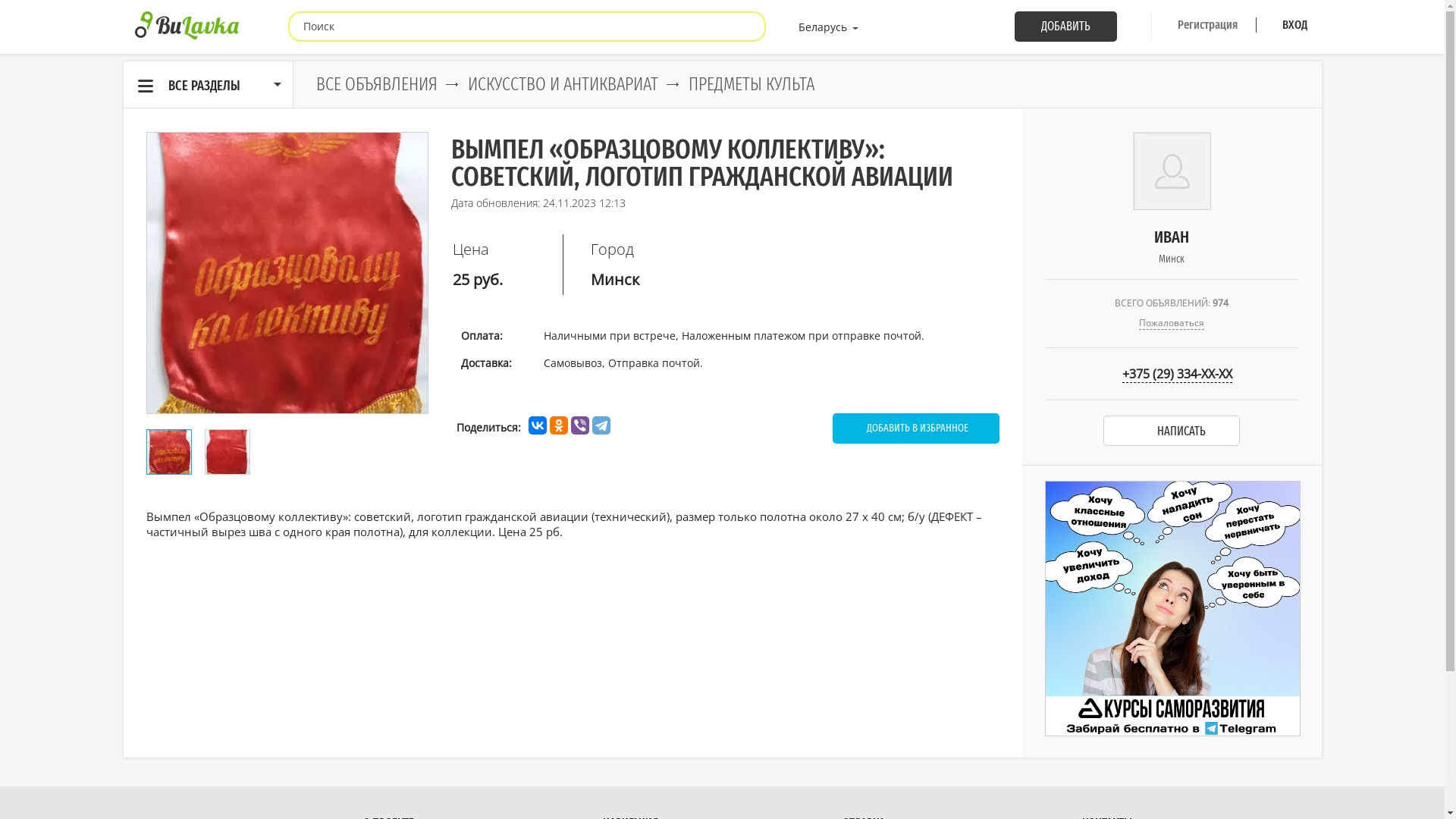 This screenshot has width=1456, height=819. What do you see at coordinates (578, 425) in the screenshot?
I see `'Viber'` at bounding box center [578, 425].